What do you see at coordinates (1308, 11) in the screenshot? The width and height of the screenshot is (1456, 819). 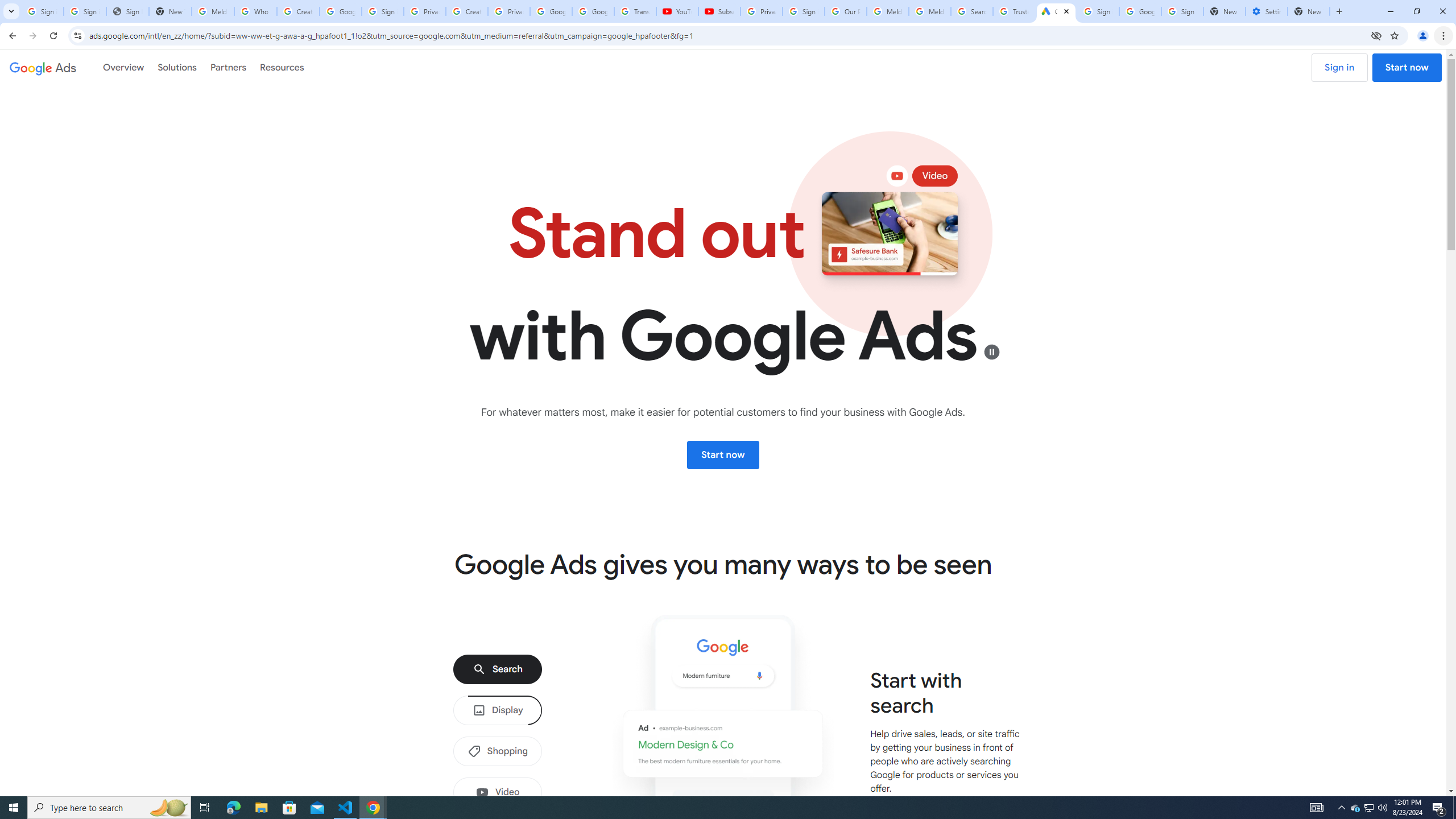 I see `'New Tab'` at bounding box center [1308, 11].